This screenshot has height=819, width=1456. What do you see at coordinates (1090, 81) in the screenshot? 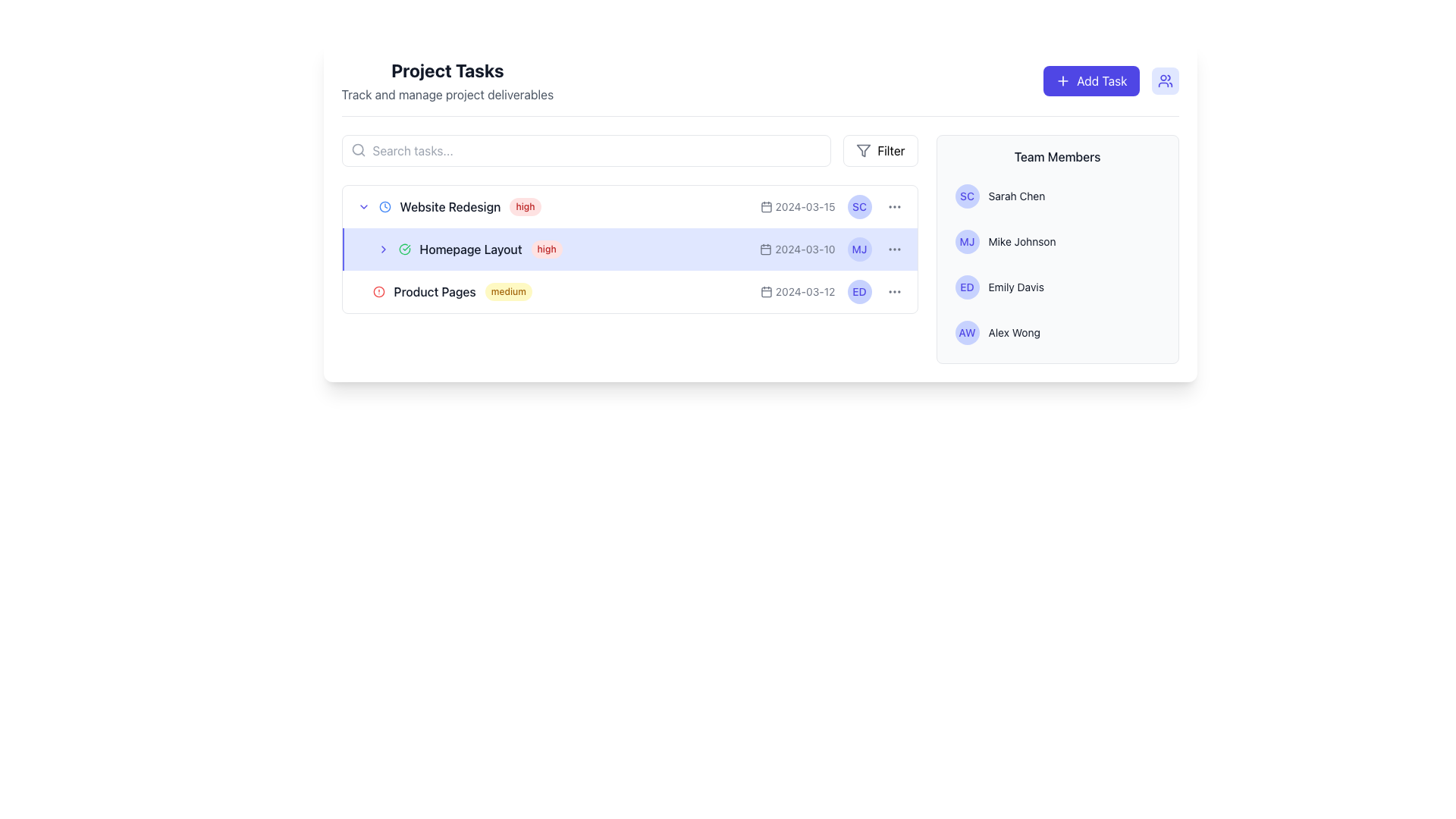
I see `the button located in the top-right section of the interface, which allows users` at bounding box center [1090, 81].